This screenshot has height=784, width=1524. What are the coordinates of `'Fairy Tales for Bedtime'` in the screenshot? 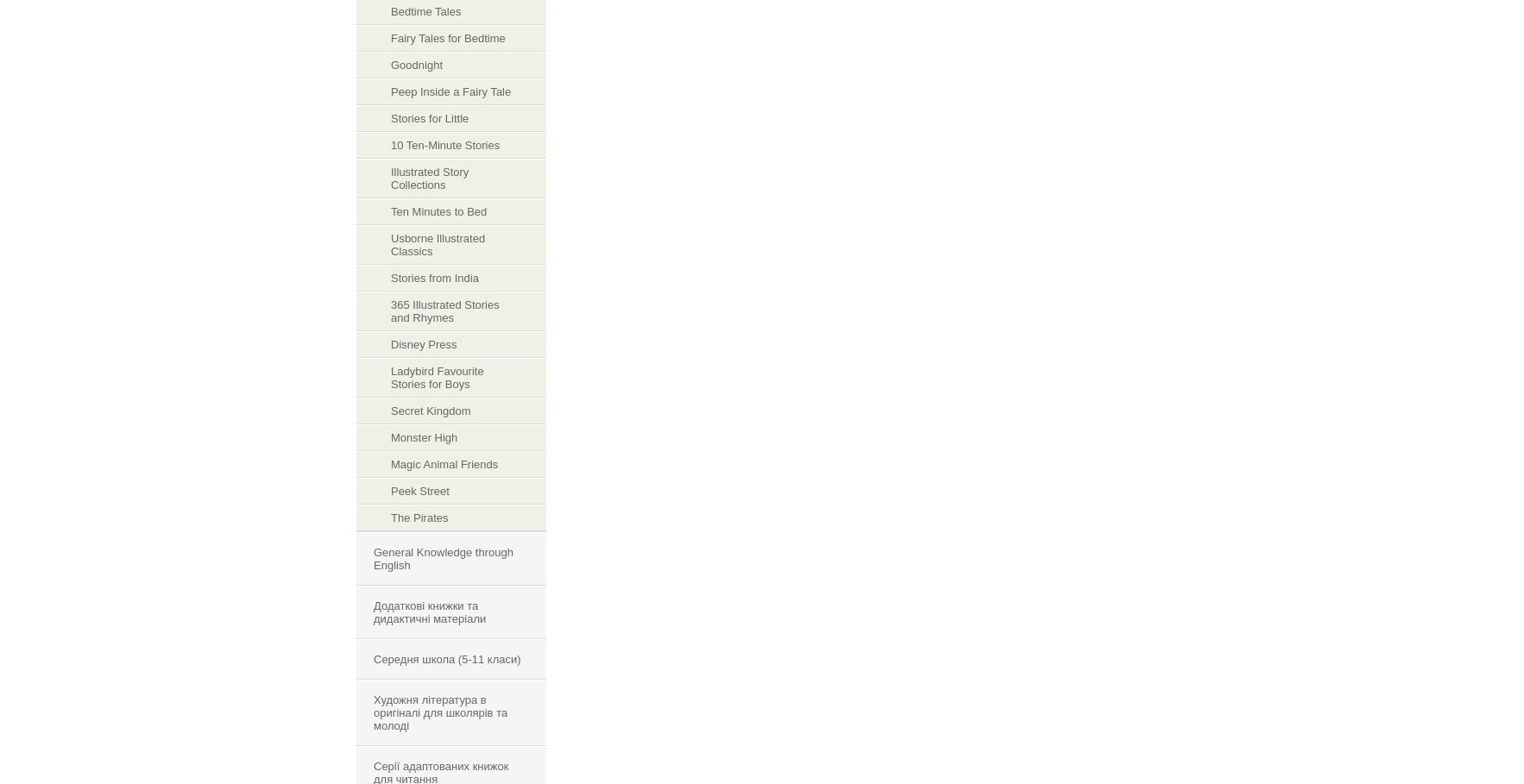 It's located at (448, 38).